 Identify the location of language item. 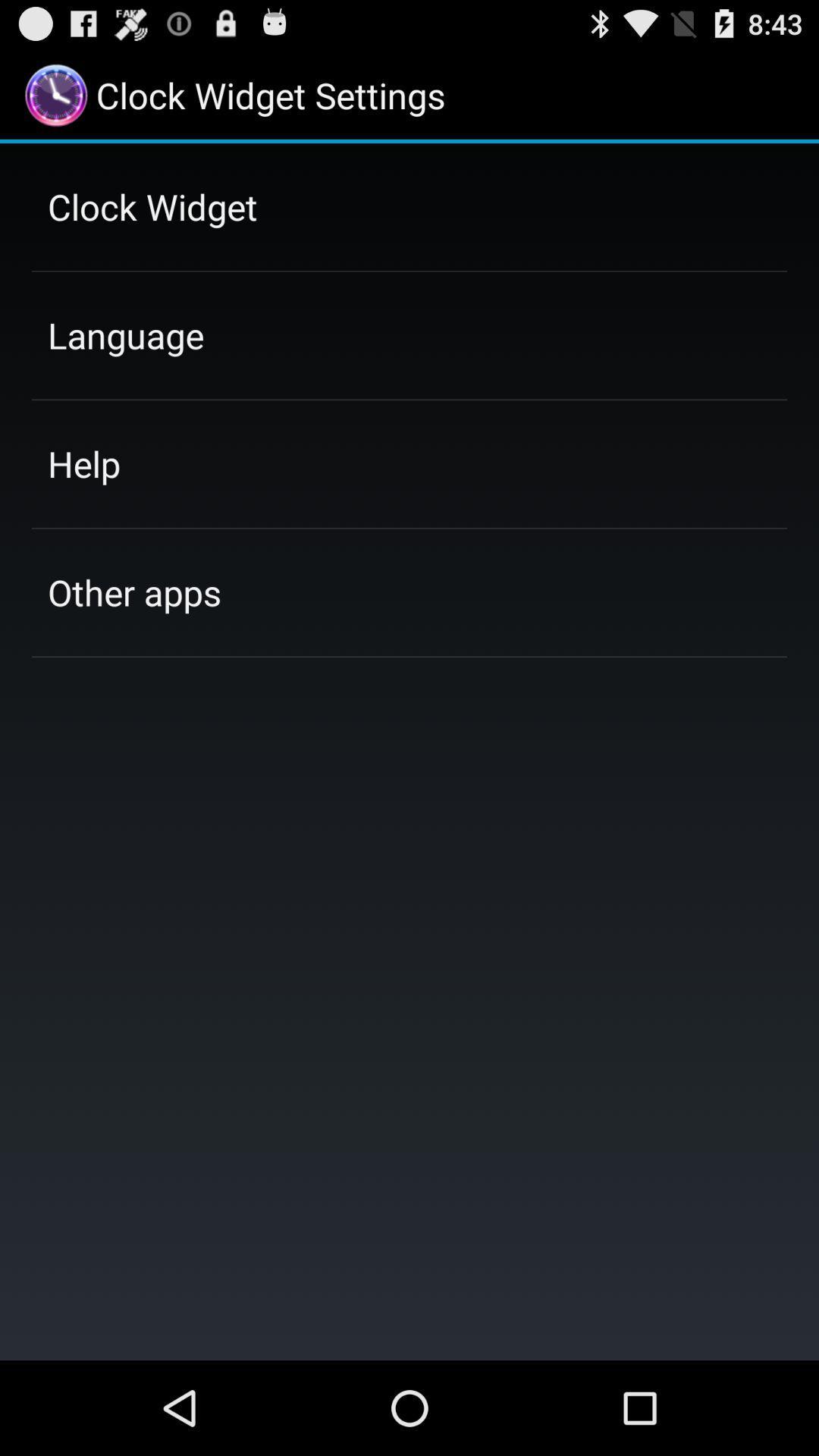
(125, 334).